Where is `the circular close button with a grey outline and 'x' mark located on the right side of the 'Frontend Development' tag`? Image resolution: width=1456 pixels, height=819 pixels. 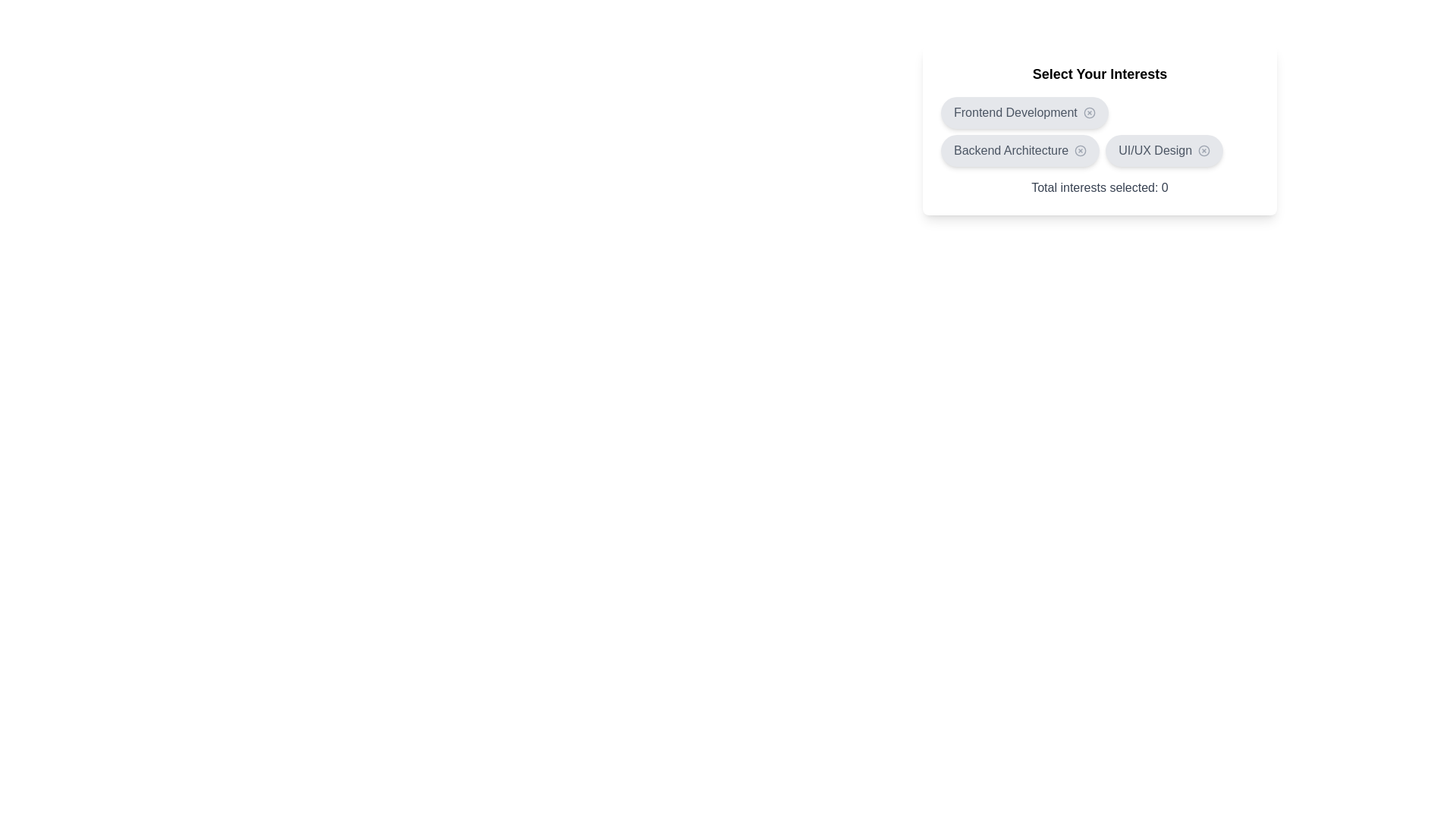 the circular close button with a grey outline and 'x' mark located on the right side of the 'Frontend Development' tag is located at coordinates (1088, 112).